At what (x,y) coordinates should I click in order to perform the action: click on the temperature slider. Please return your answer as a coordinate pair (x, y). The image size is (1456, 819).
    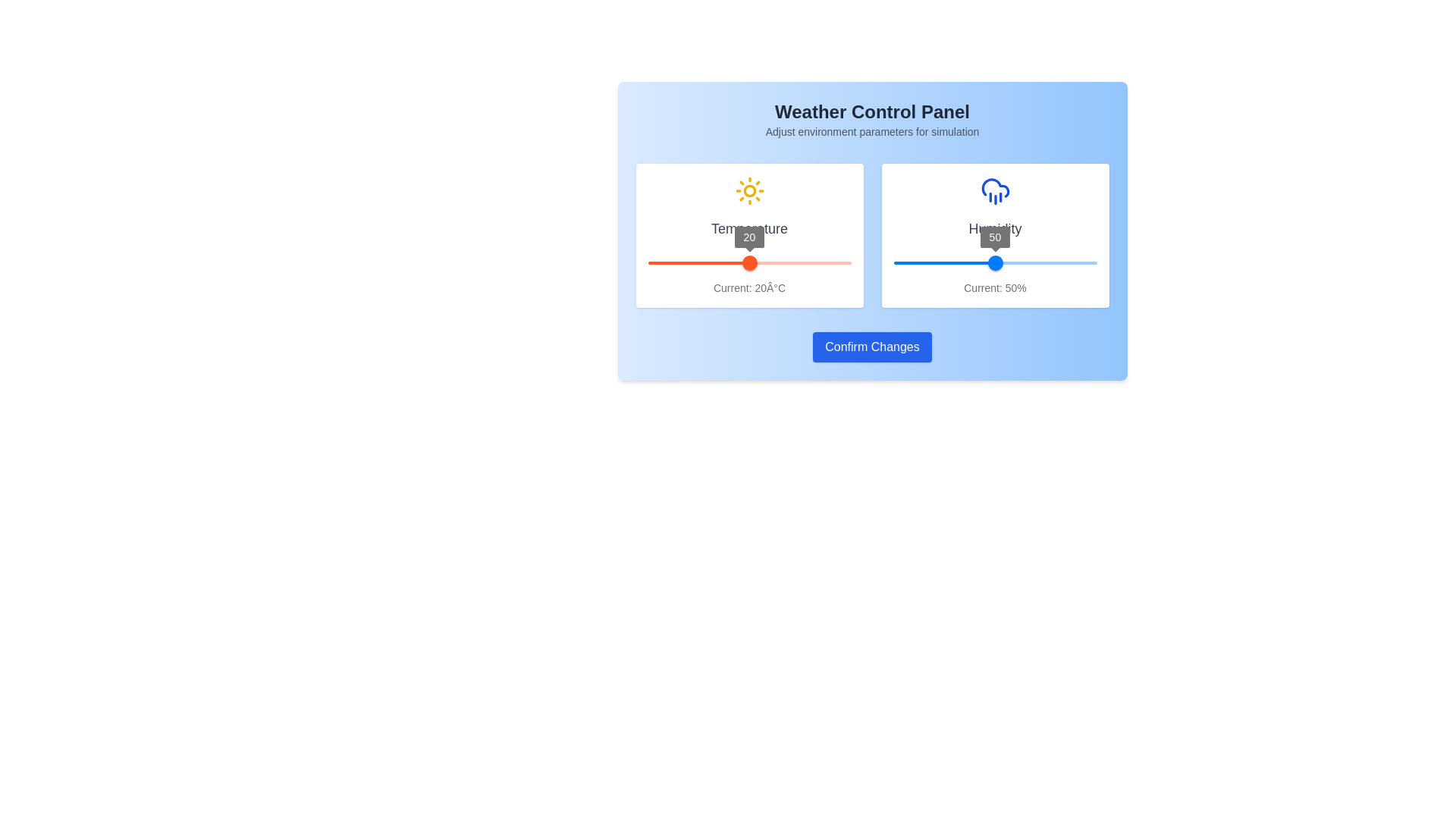
    Looking at the image, I should click on (753, 262).